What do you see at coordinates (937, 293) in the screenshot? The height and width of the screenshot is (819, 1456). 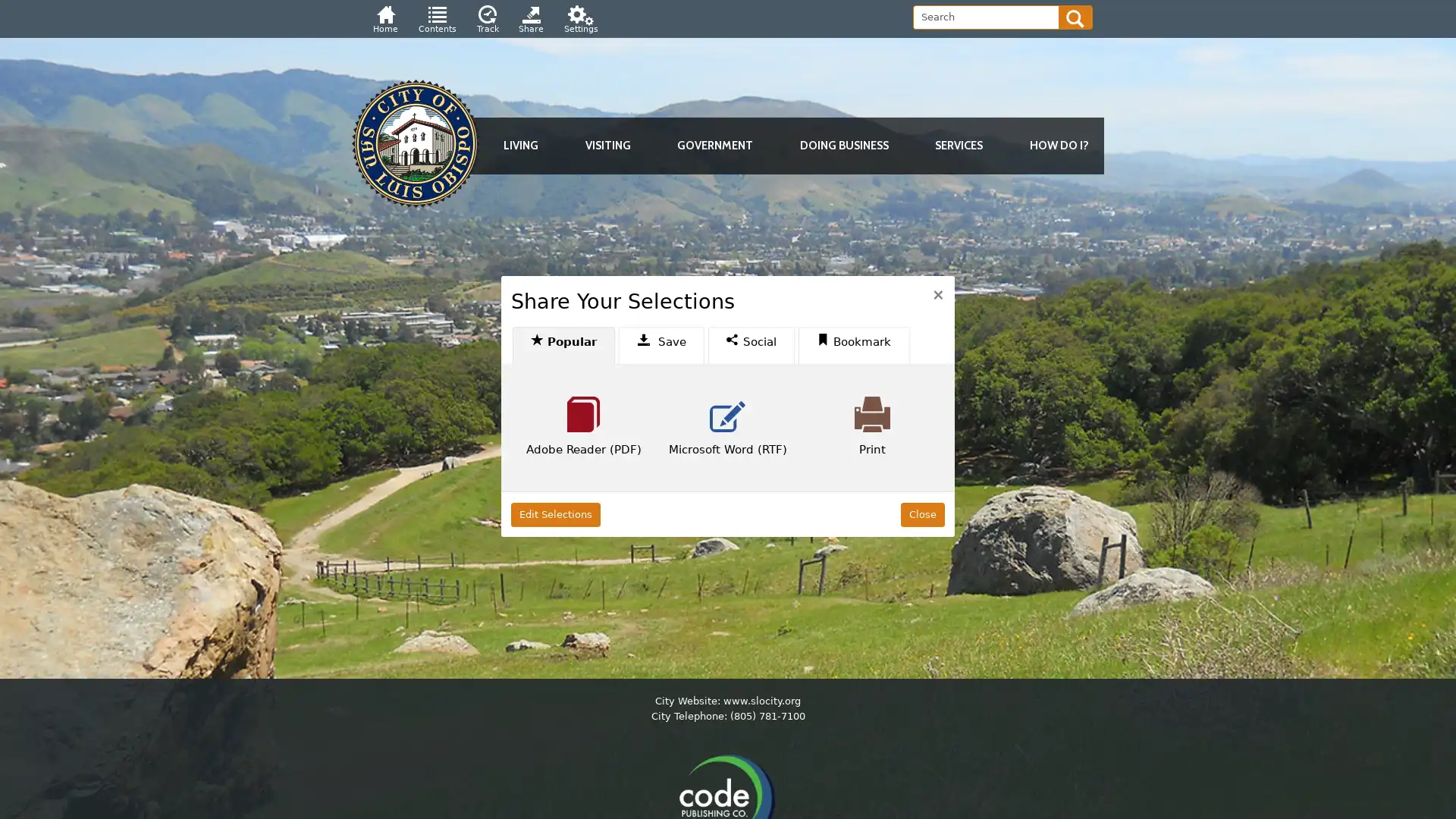 I see `Close` at bounding box center [937, 293].